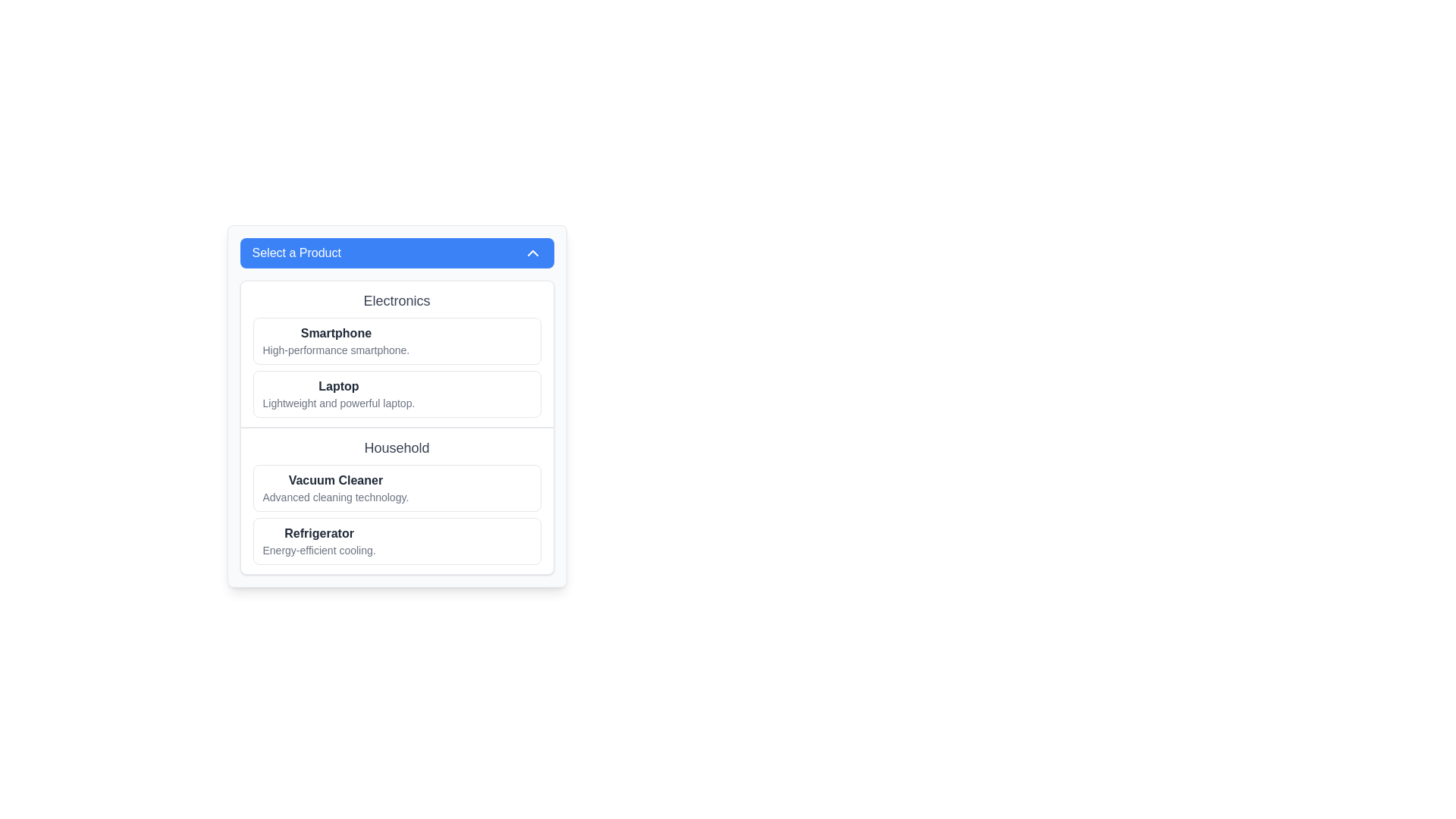  I want to click on the first list item under the 'Household' category that presents the name and description of a vacuum cleaner for interaction, so click(397, 488).